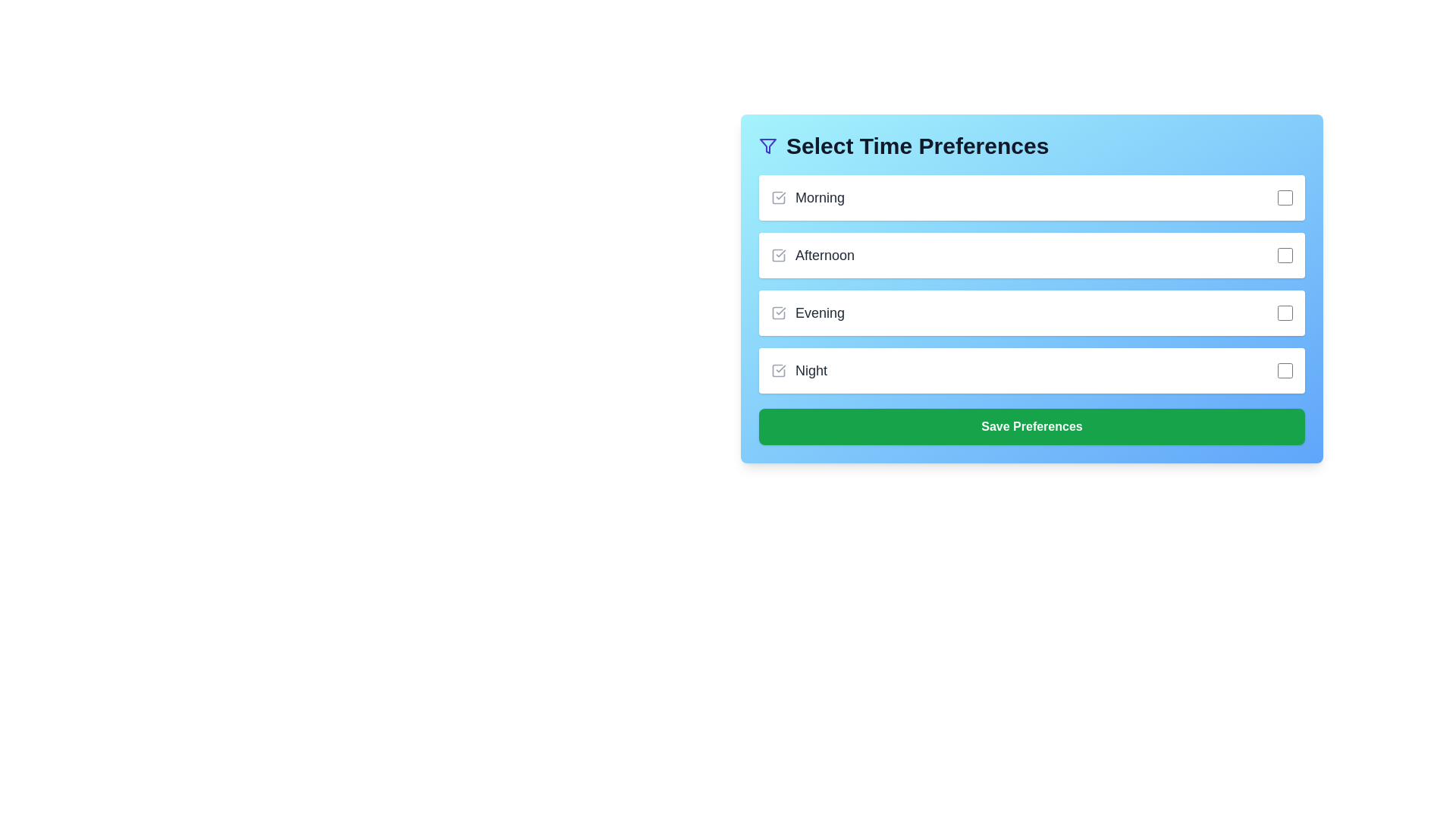  Describe the element at coordinates (811, 371) in the screenshot. I see `text of the 'Night' label, which is styled with a larger, bold font and dark gray color, located beside a checkbox in the 'Select Time Preferences' section` at that location.